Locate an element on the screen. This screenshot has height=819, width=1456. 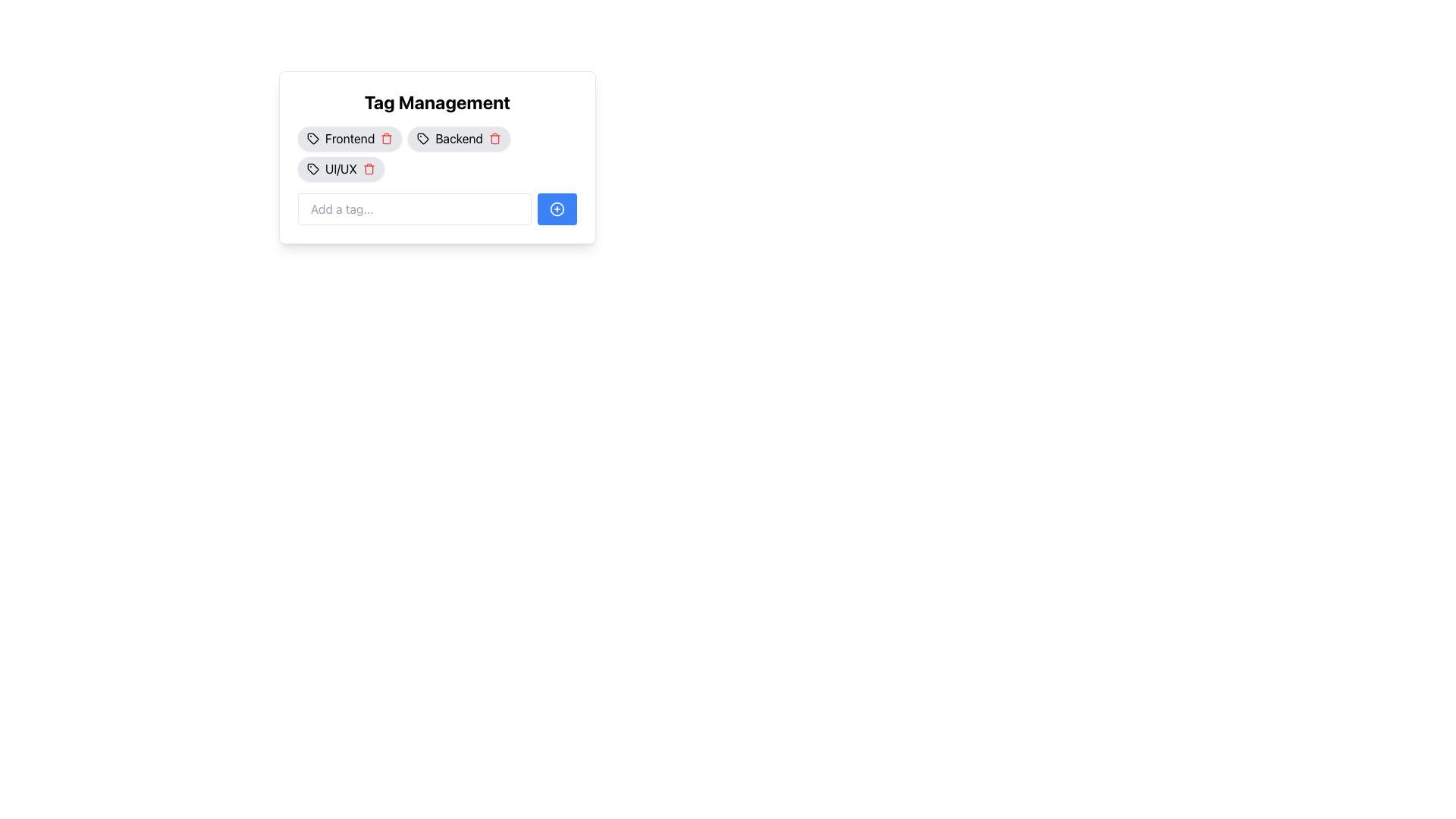
the tag icon representing the 'UI/UX' category in the 'Tag Management' interface, located to the left of the label text is located at coordinates (312, 169).